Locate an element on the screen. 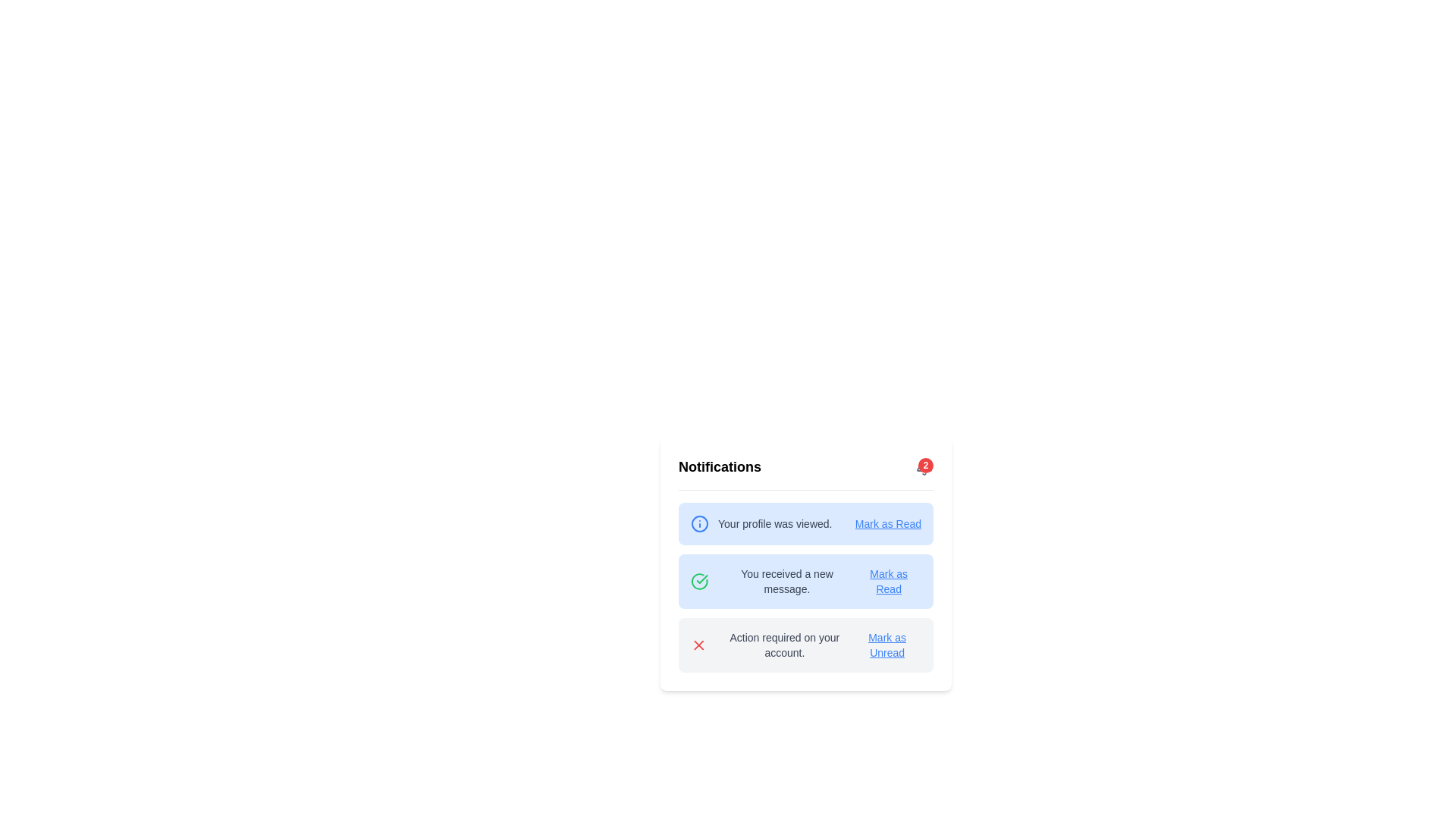  the text element reading 'Action required on your account.' within the notification card to interact with it is located at coordinates (783, 645).